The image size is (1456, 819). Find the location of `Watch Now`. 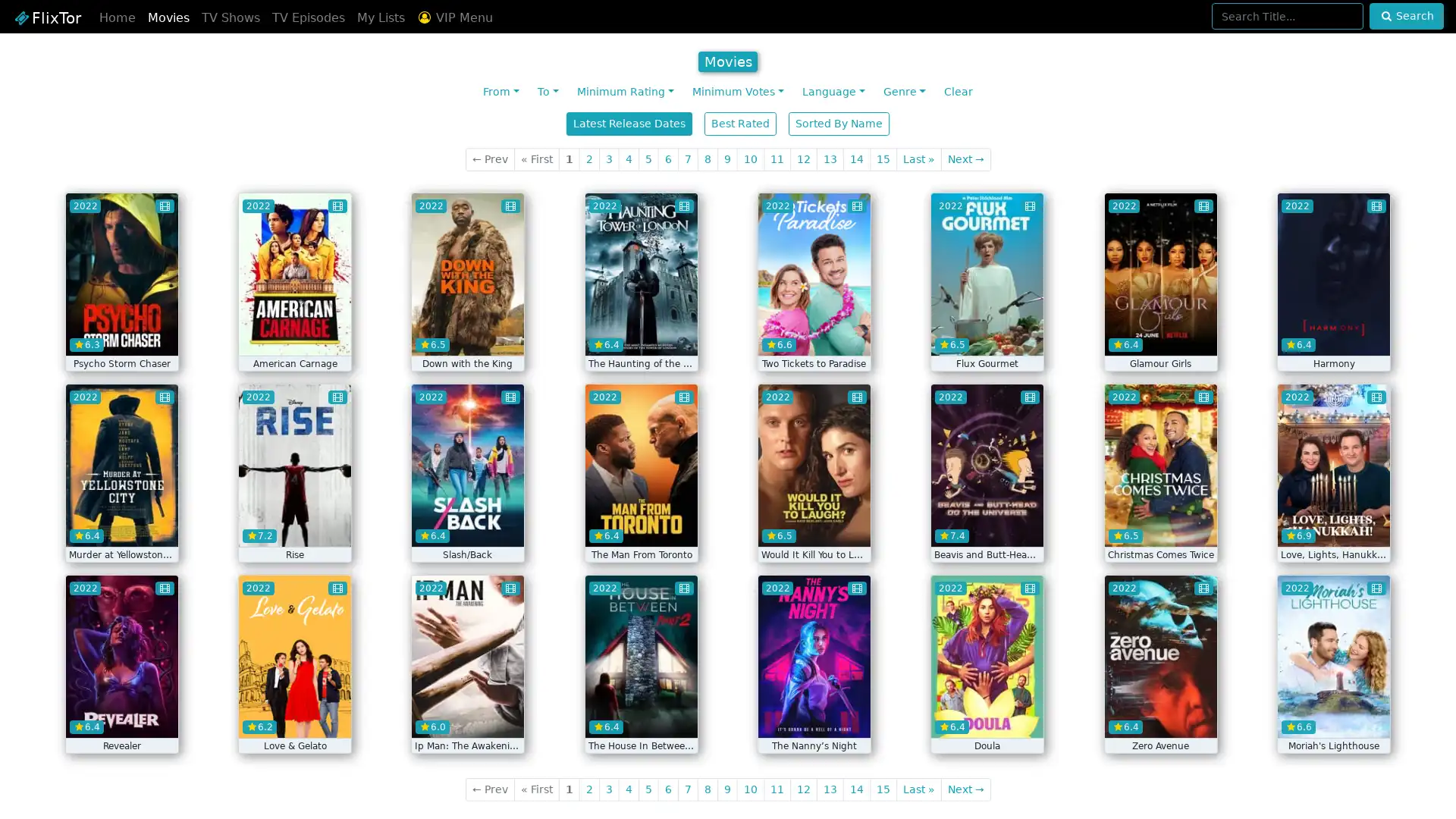

Watch Now is located at coordinates (467, 332).